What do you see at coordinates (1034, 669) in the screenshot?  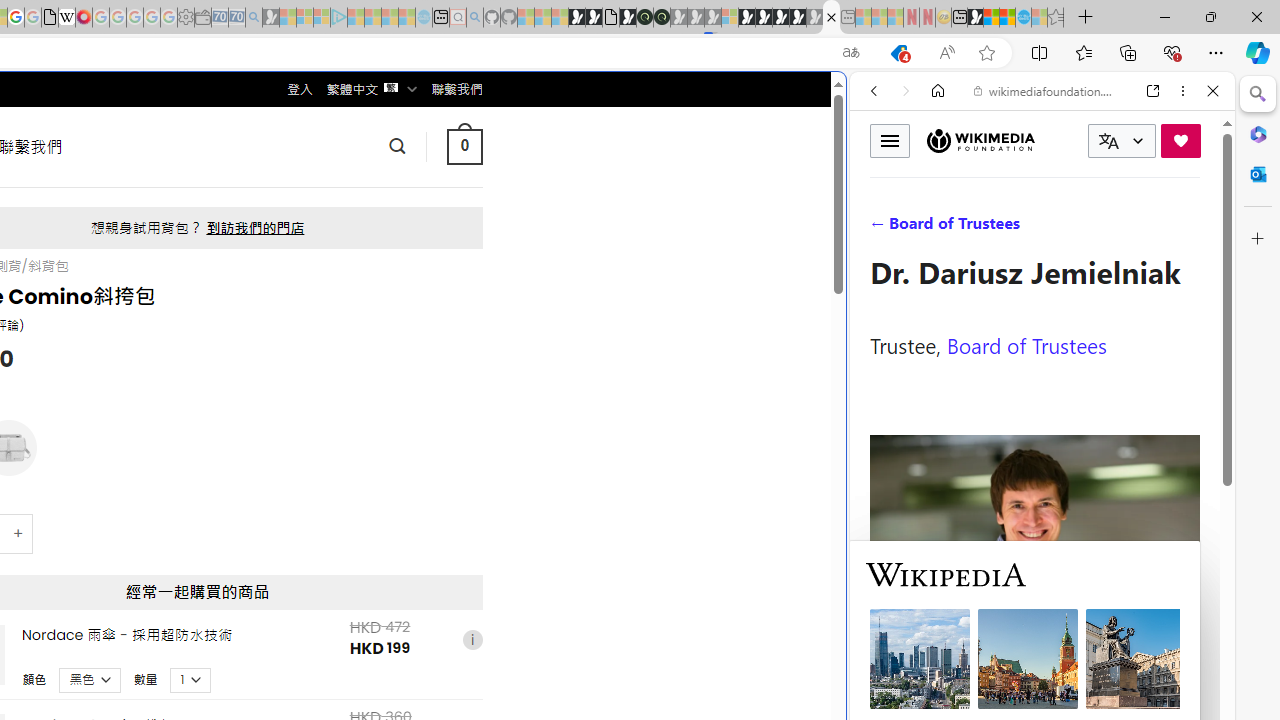 I see `'Wiktionary'` at bounding box center [1034, 669].